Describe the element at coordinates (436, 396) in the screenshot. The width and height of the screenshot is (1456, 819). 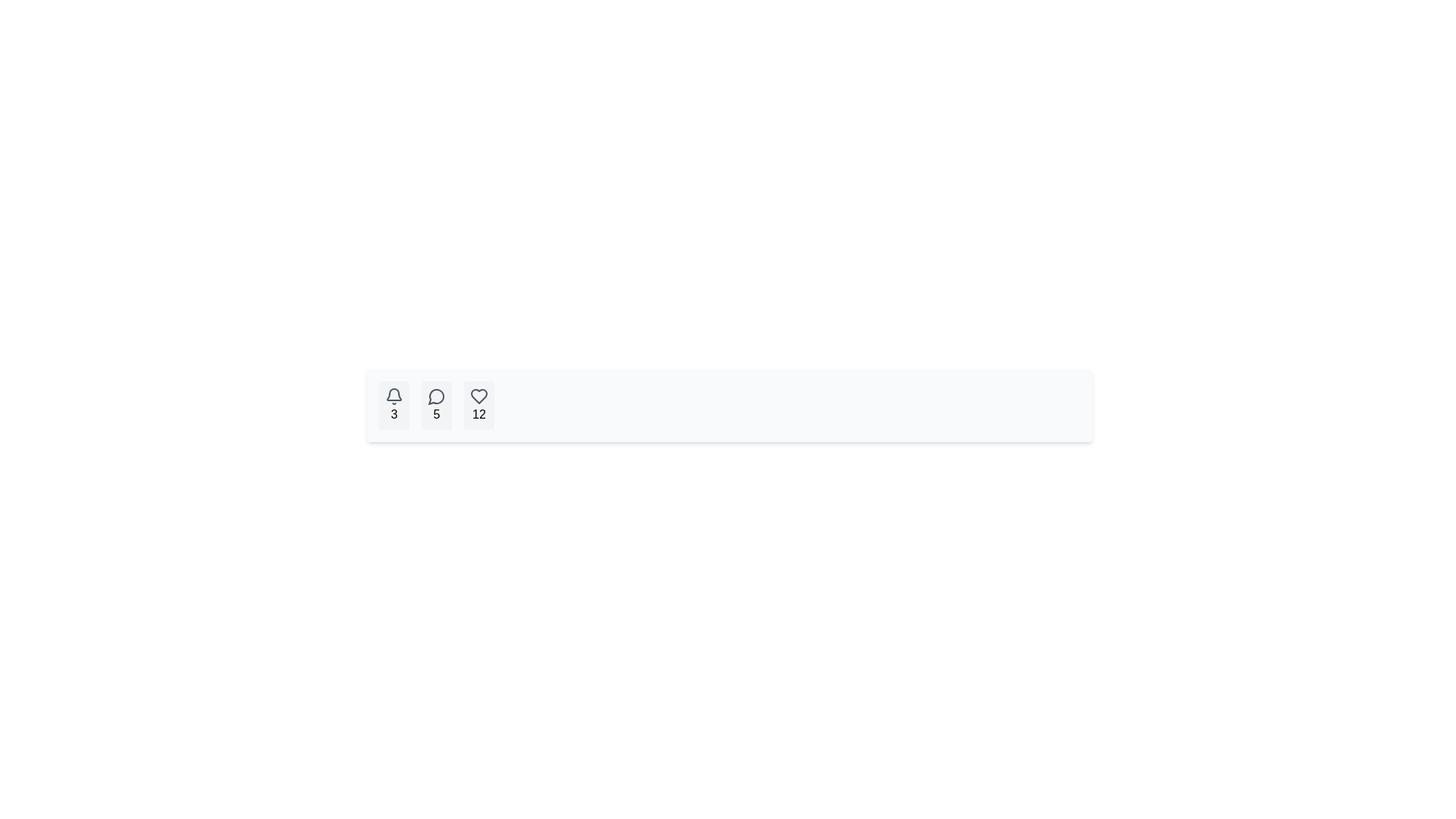
I see `the comment/message indicator SVG icon located between the bell icon and the heart icon to interact with it` at that location.